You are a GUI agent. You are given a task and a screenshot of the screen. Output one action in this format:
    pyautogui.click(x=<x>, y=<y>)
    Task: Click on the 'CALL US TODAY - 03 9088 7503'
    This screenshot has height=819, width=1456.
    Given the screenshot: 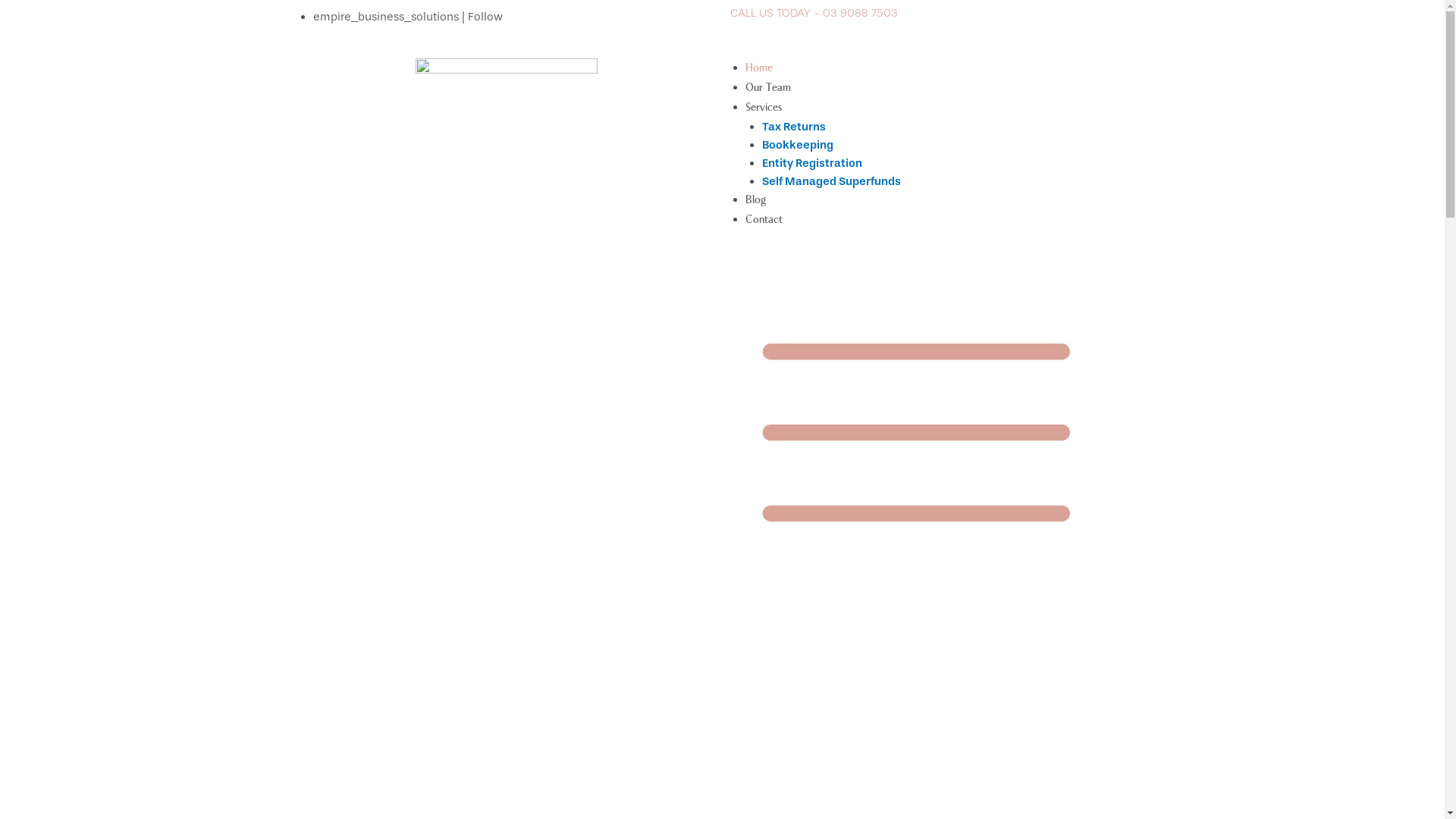 What is the action you would take?
    pyautogui.click(x=812, y=12)
    